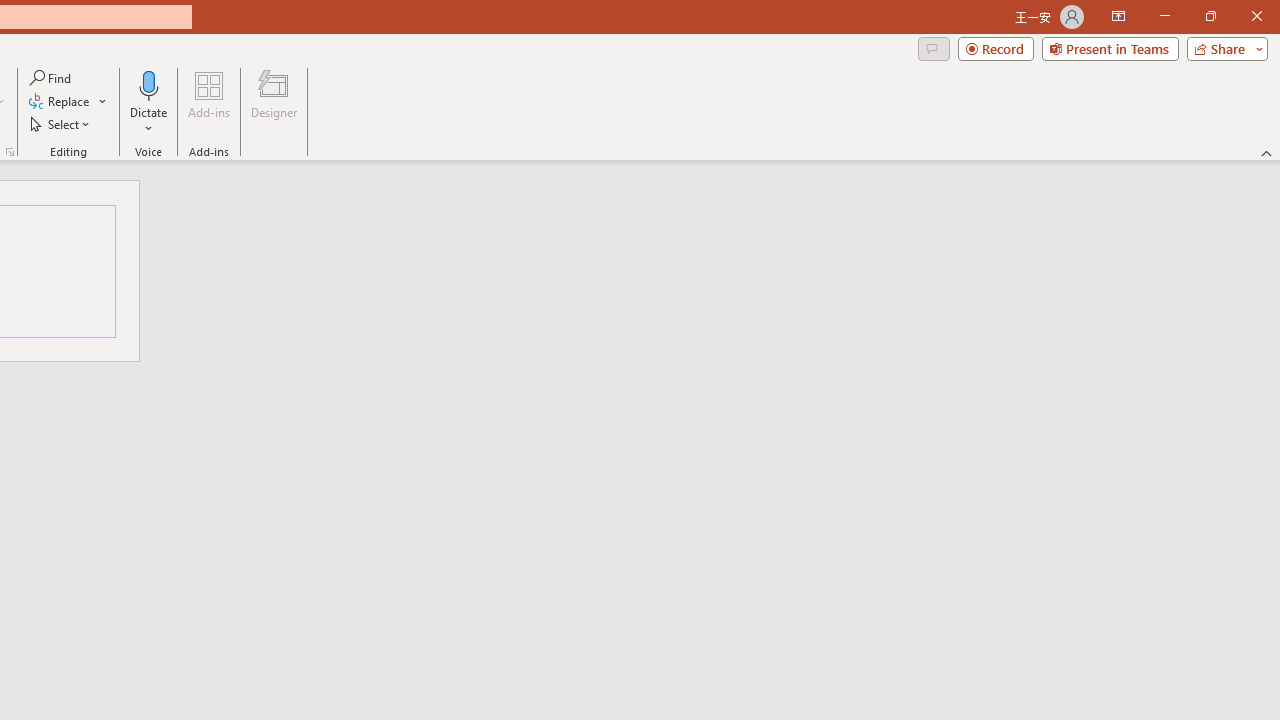 Image resolution: width=1280 pixels, height=720 pixels. Describe the element at coordinates (1109, 47) in the screenshot. I see `'Present in Teams'` at that location.